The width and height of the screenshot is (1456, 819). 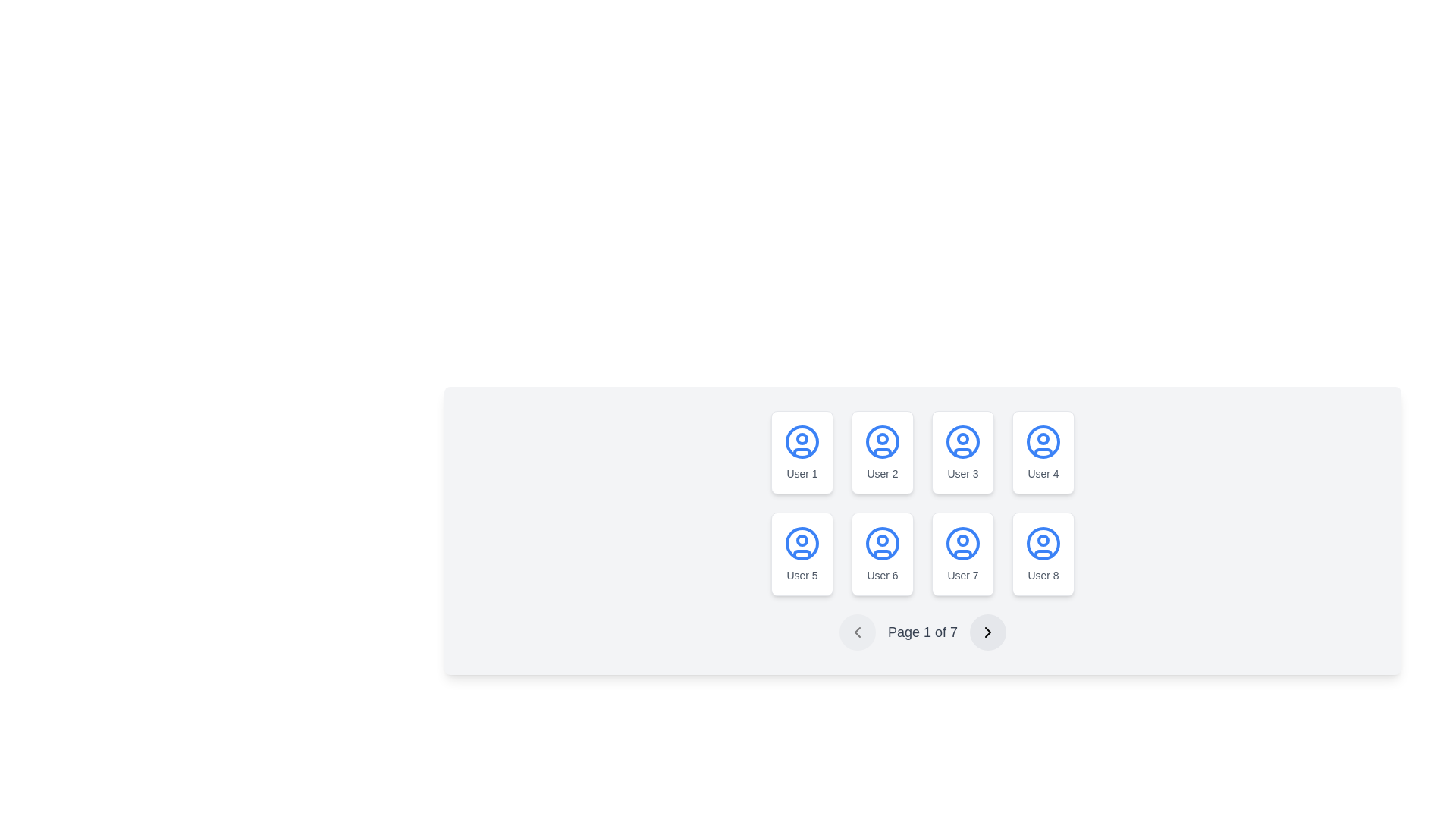 What do you see at coordinates (962, 543) in the screenshot?
I see `the decorative circular border of the user profile icon in the 'User 7' card located in the second row, third column of the user grid` at bounding box center [962, 543].